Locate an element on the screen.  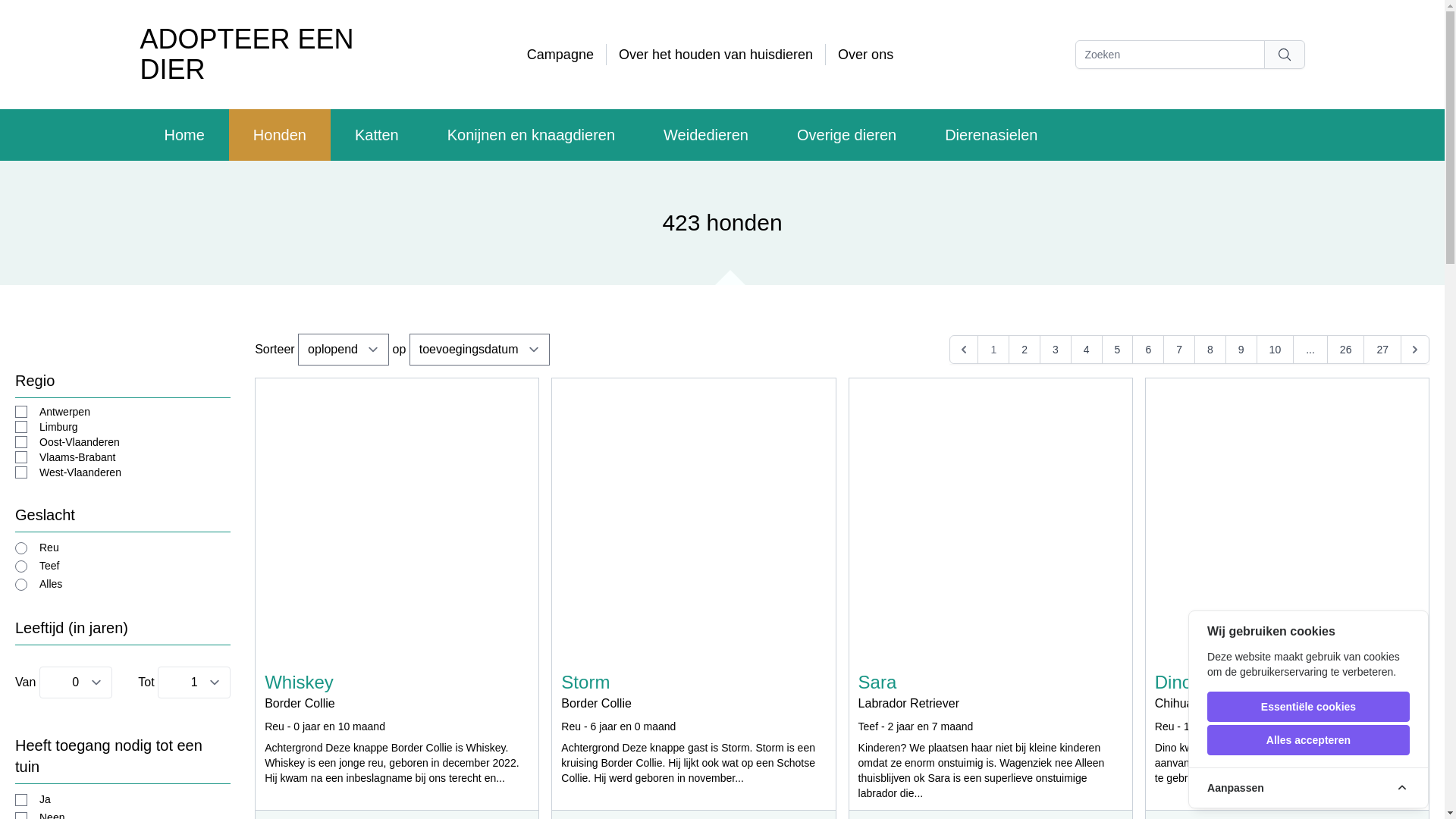
'8' is located at coordinates (1210, 350).